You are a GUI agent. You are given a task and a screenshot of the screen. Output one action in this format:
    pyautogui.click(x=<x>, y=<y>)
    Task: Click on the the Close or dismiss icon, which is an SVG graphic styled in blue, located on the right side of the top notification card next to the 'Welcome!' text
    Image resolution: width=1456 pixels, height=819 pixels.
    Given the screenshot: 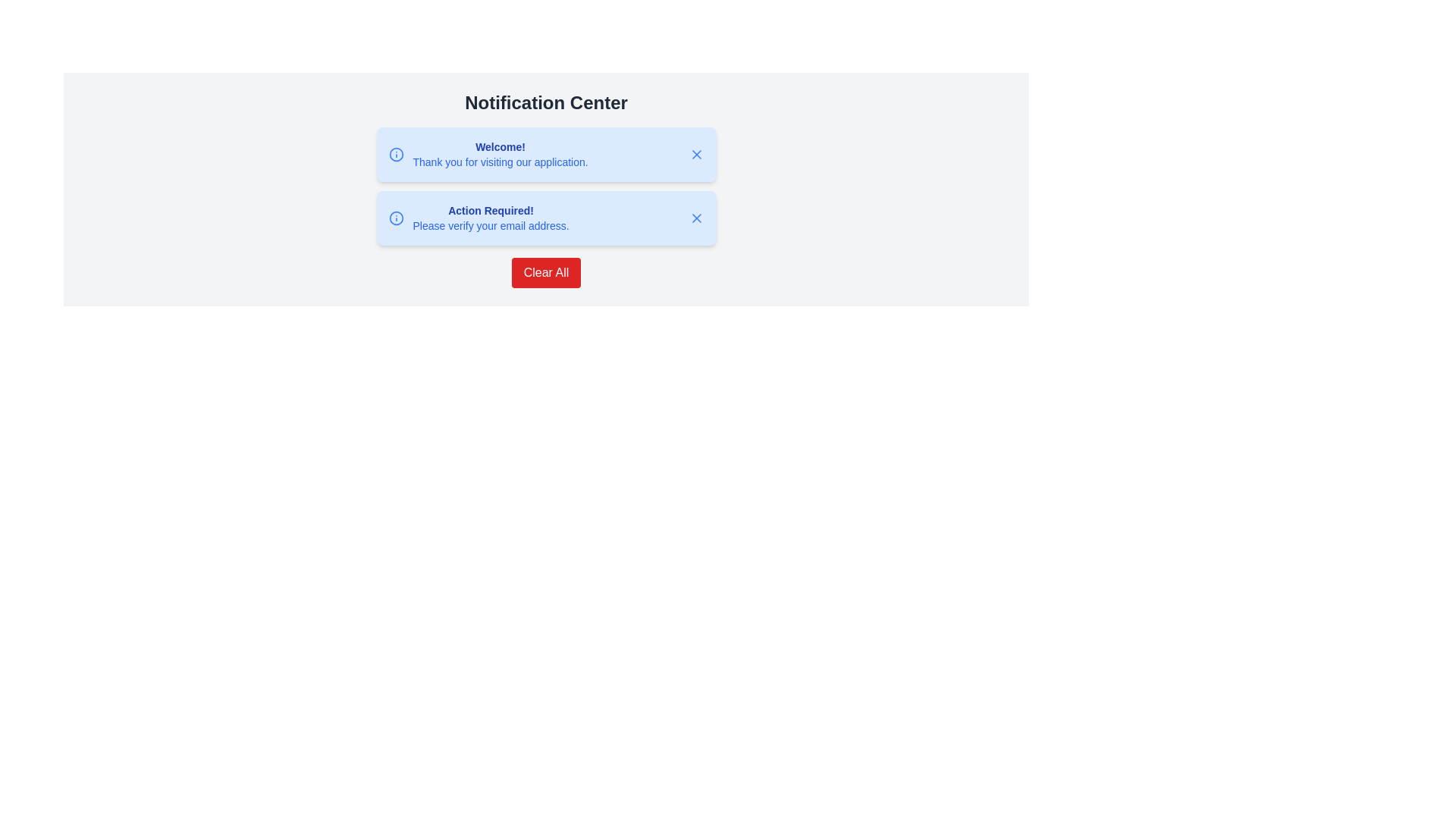 What is the action you would take?
    pyautogui.click(x=695, y=155)
    